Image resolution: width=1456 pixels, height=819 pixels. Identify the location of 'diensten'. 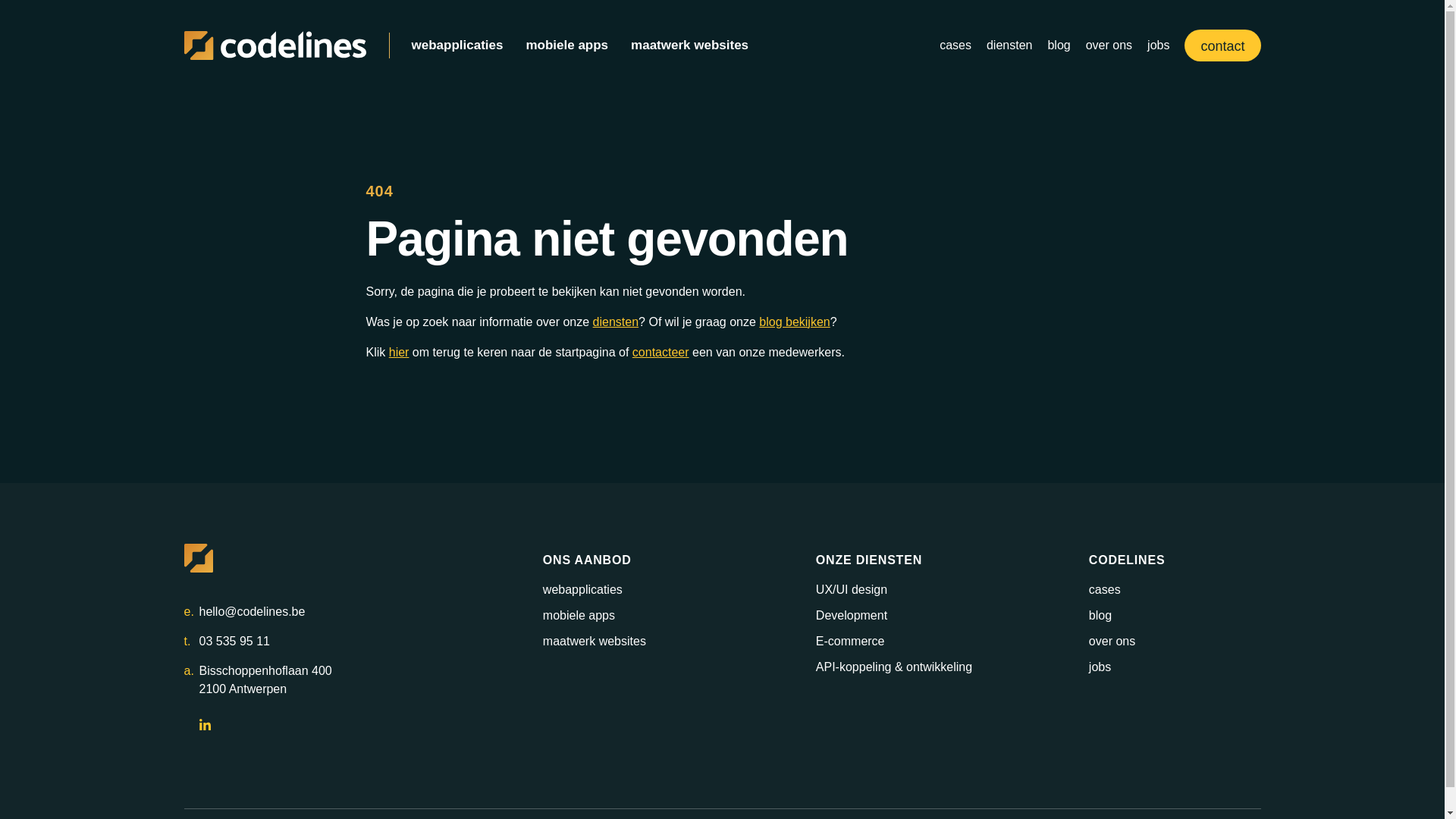
(592, 321).